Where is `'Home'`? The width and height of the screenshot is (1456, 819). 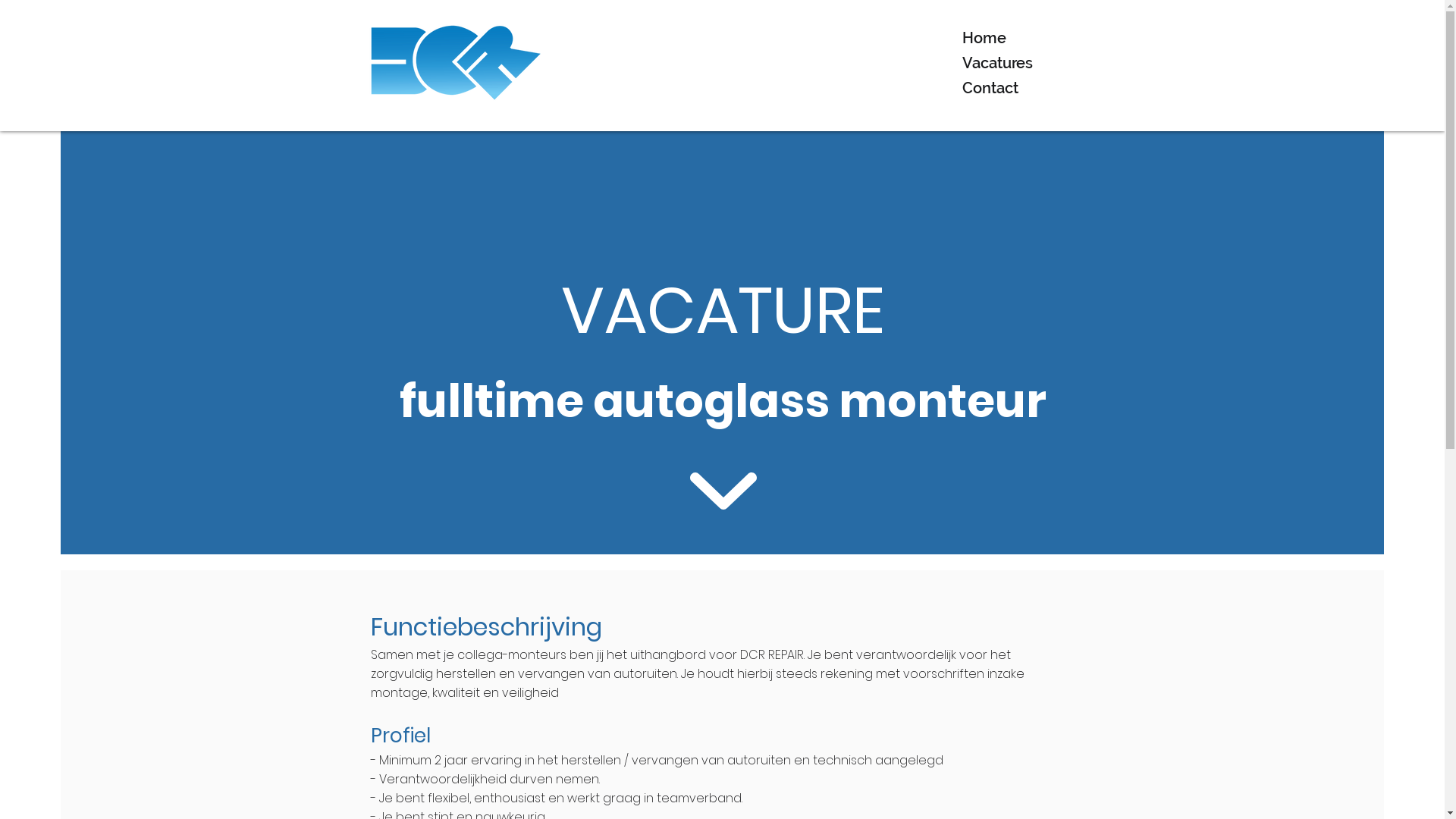 'Home' is located at coordinates (1027, 37).